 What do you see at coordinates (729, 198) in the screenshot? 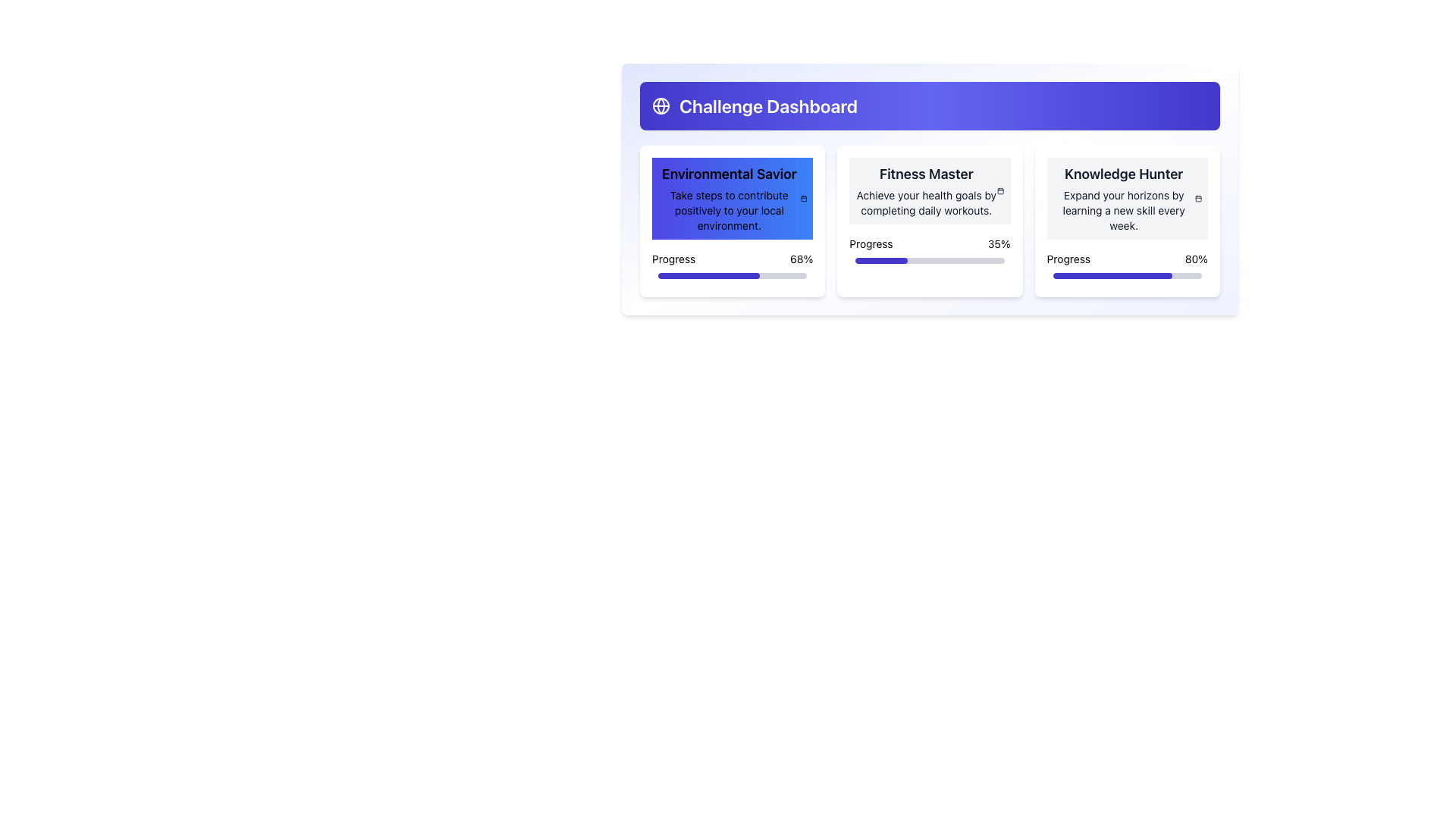
I see `the text element titled 'Environmental Savior' which is located in the first card of the three-card layout below the 'Challenge Dashboard' header` at bounding box center [729, 198].